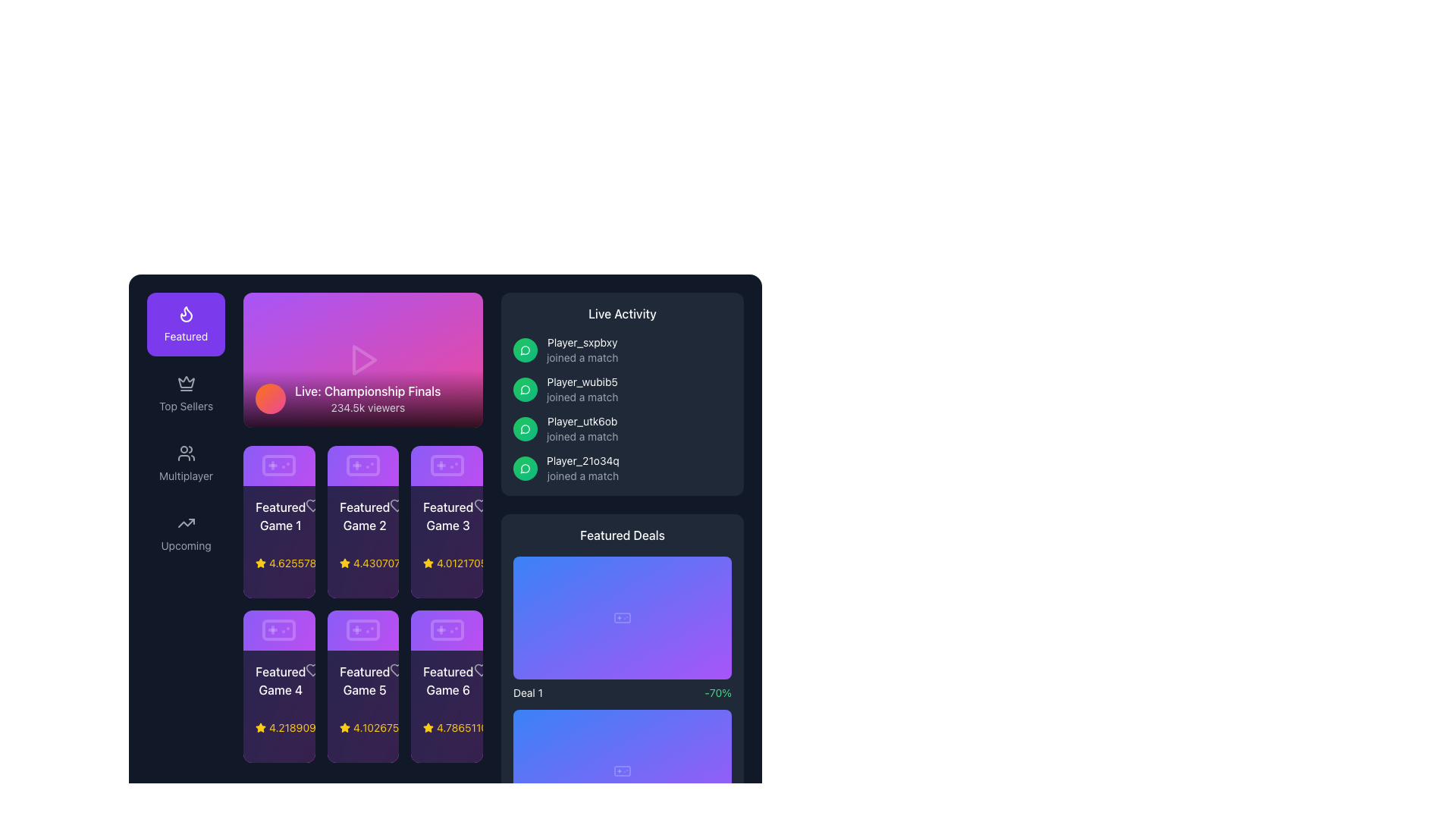 This screenshot has height=819, width=1456. Describe the element at coordinates (622, 467) in the screenshot. I see `the fourth list item displaying the log entry for 'Player_21o34q' joining a match` at that location.